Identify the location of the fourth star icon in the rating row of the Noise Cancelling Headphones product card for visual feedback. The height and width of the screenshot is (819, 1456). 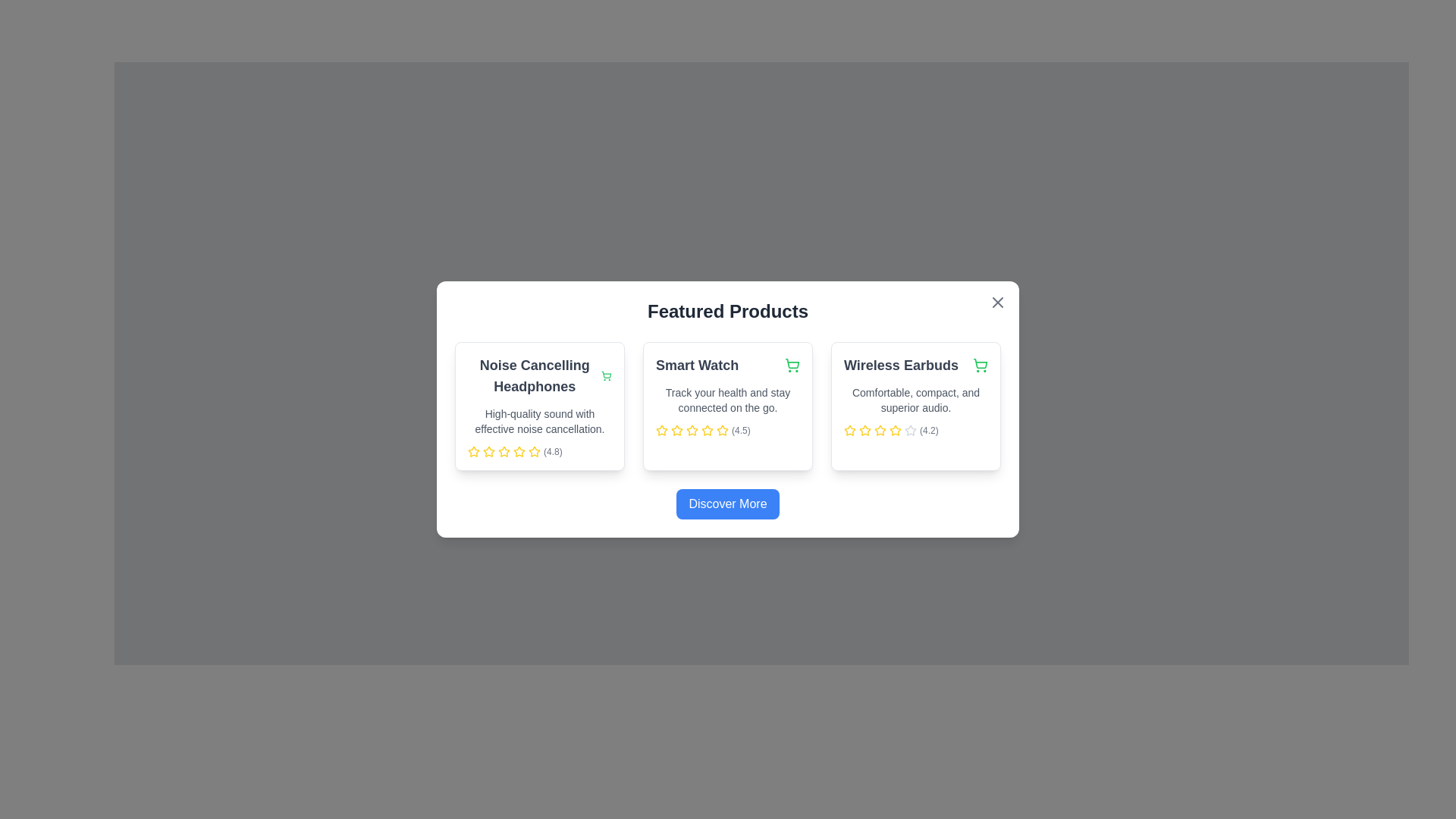
(472, 450).